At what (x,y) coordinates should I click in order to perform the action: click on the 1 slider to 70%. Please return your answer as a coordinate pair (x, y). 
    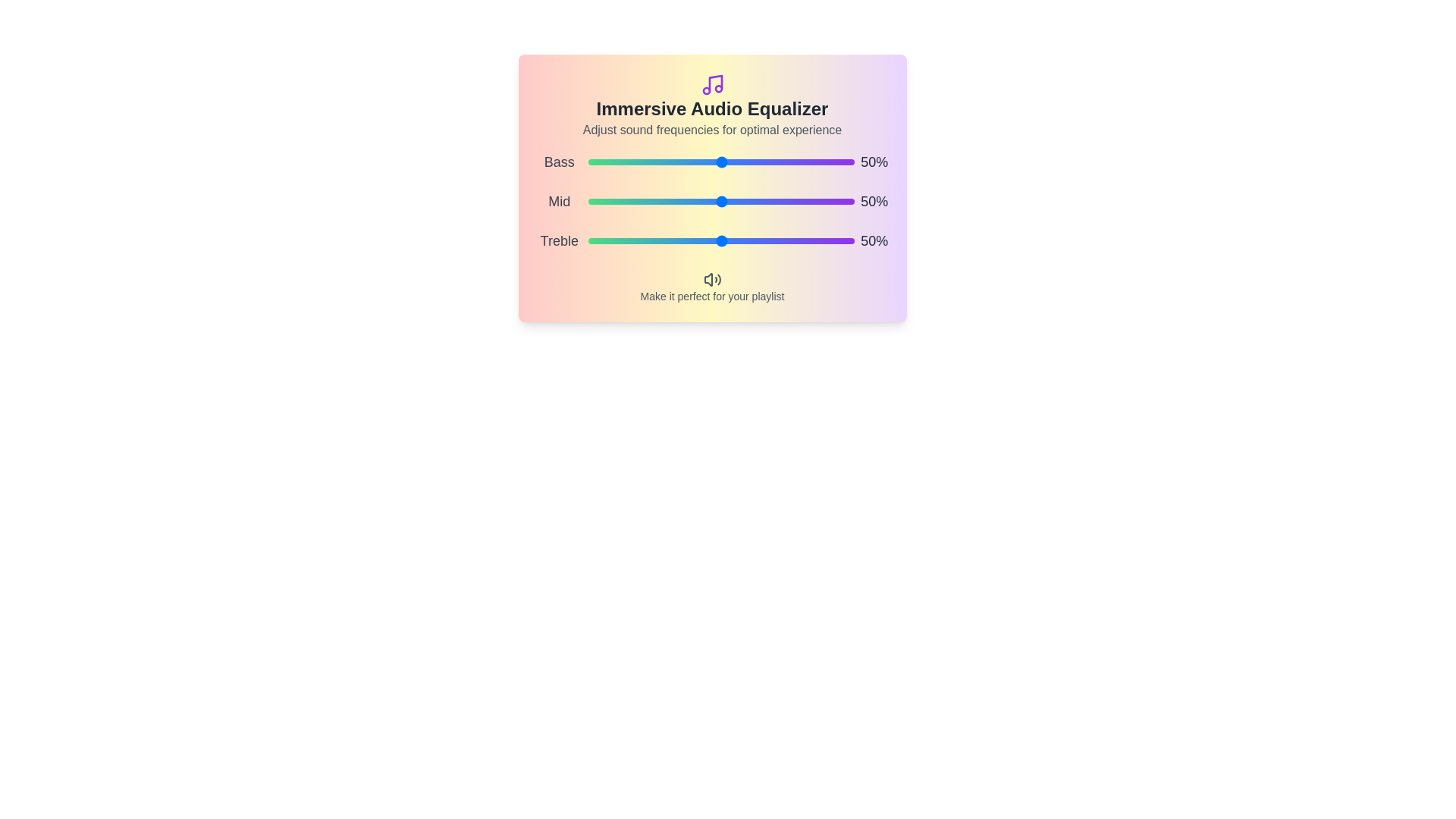
    Looking at the image, I should click on (814, 201).